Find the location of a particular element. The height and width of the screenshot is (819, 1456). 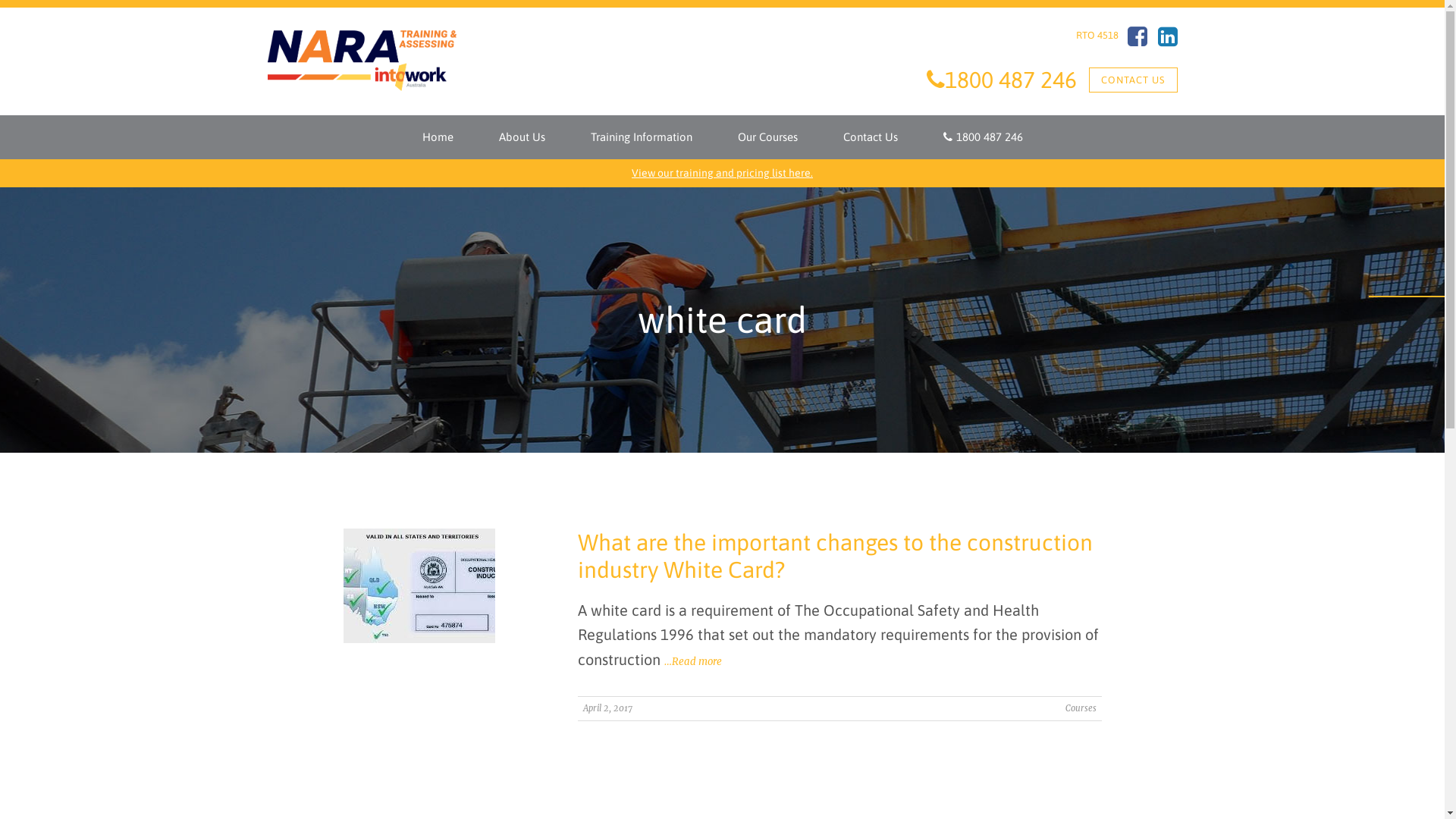

'1800 487 246' is located at coordinates (983, 137).